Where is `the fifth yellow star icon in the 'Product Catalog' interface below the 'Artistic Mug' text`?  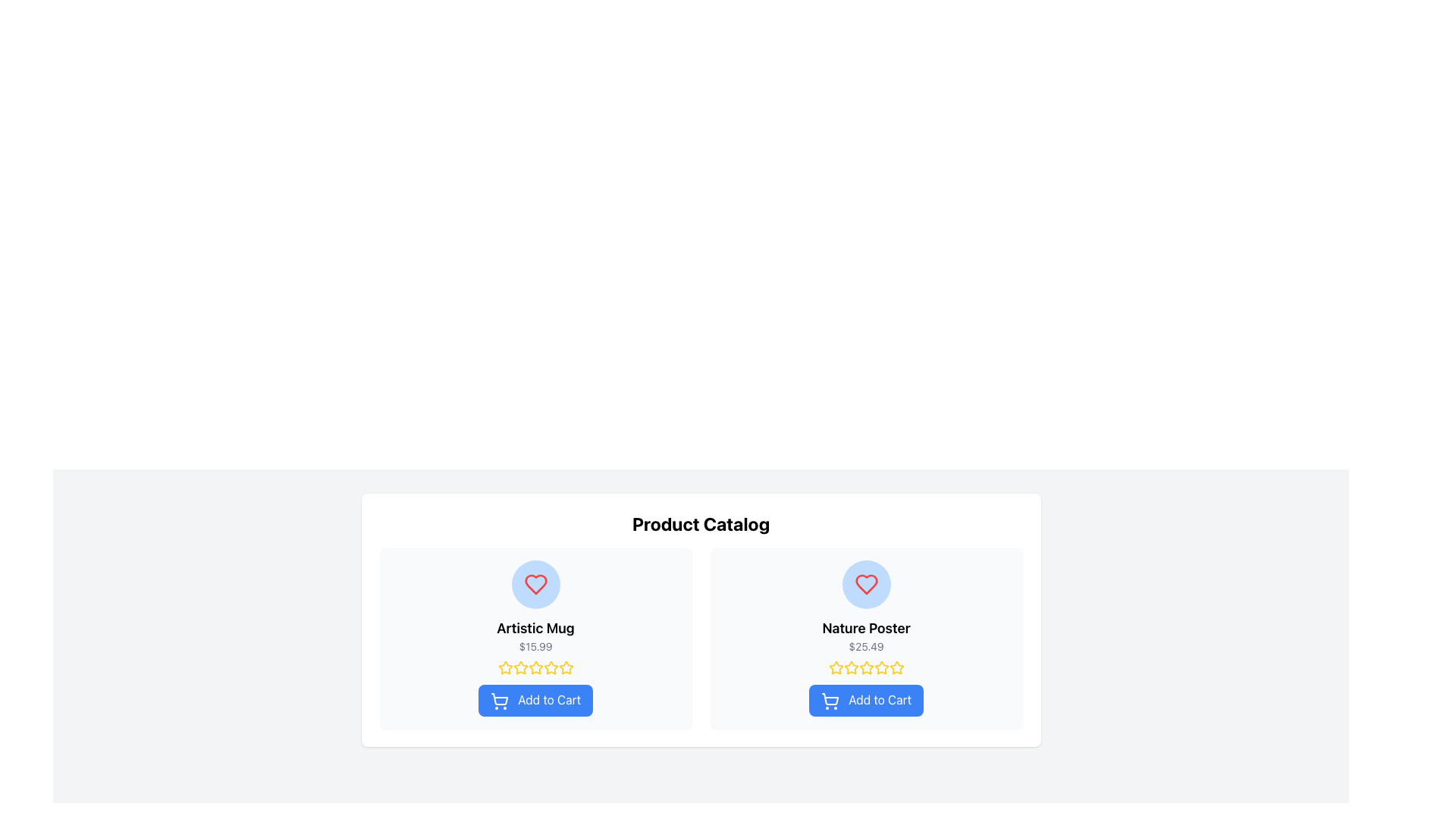
the fifth yellow star icon in the 'Product Catalog' interface below the 'Artistic Mug' text is located at coordinates (550, 667).